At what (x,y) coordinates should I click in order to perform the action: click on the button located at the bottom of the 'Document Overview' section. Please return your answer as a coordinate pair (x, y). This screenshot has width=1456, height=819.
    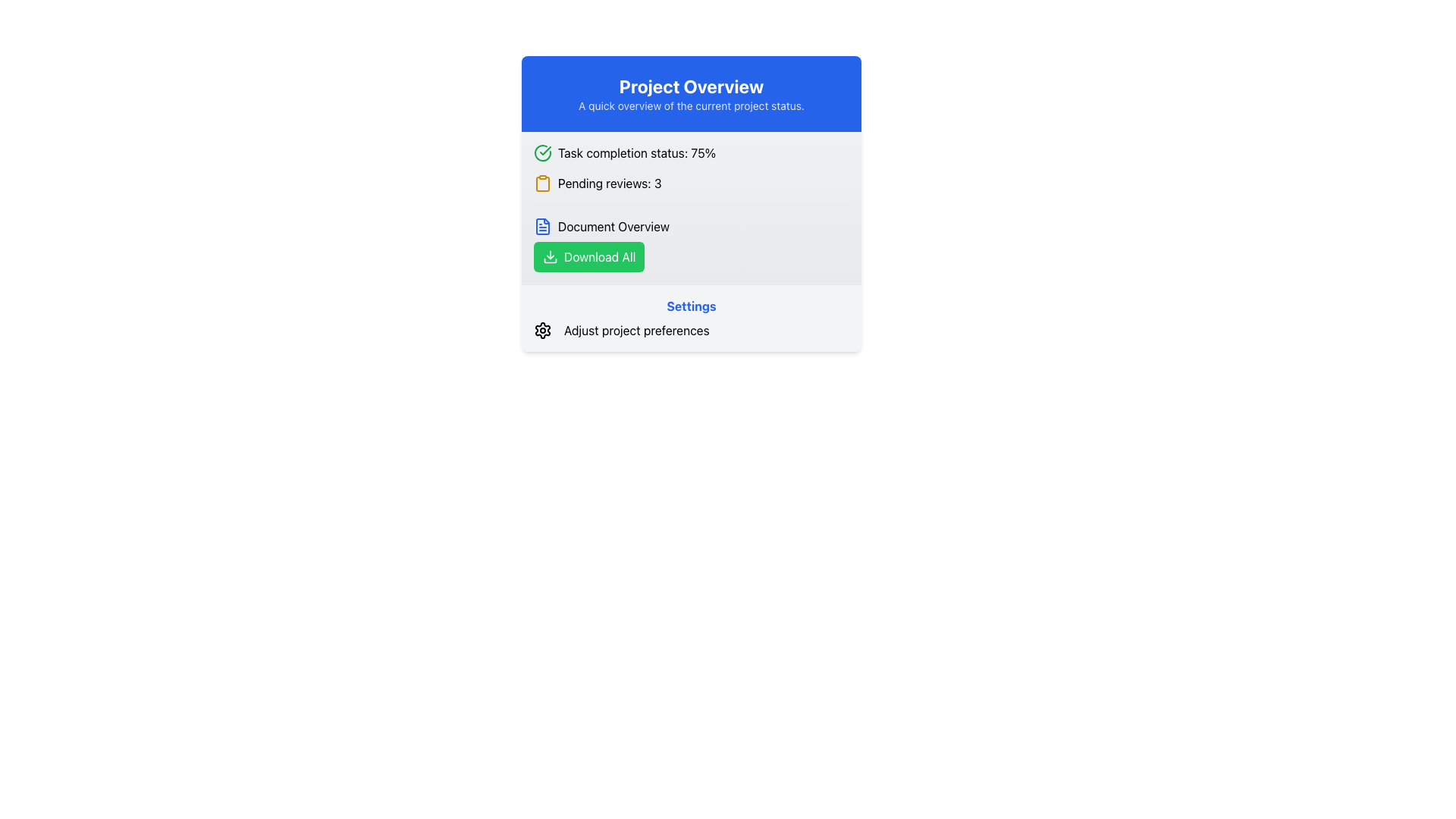
    Looking at the image, I should click on (588, 256).